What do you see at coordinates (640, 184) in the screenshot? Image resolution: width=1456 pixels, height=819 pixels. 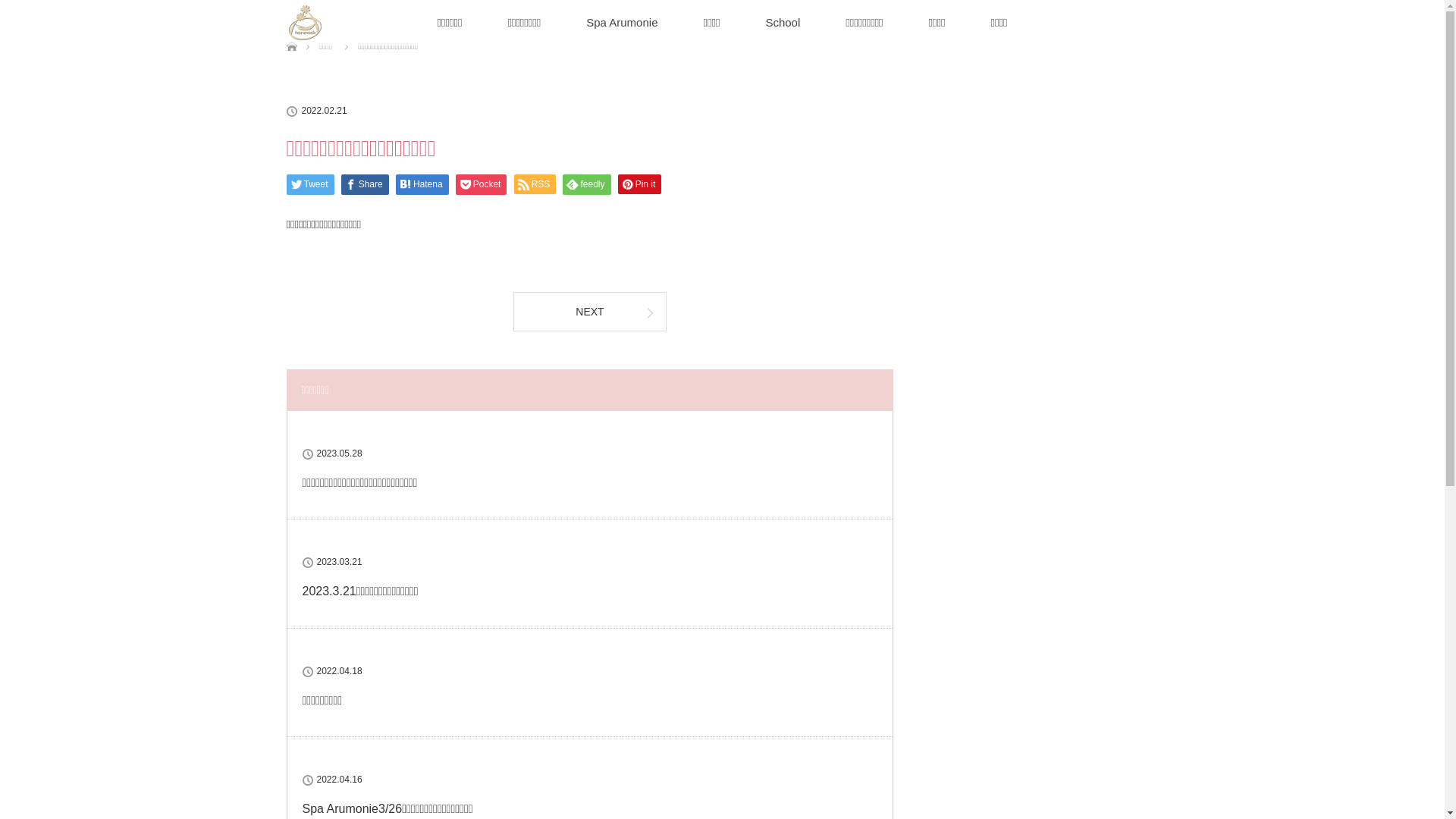 I see `'Pin it'` at bounding box center [640, 184].